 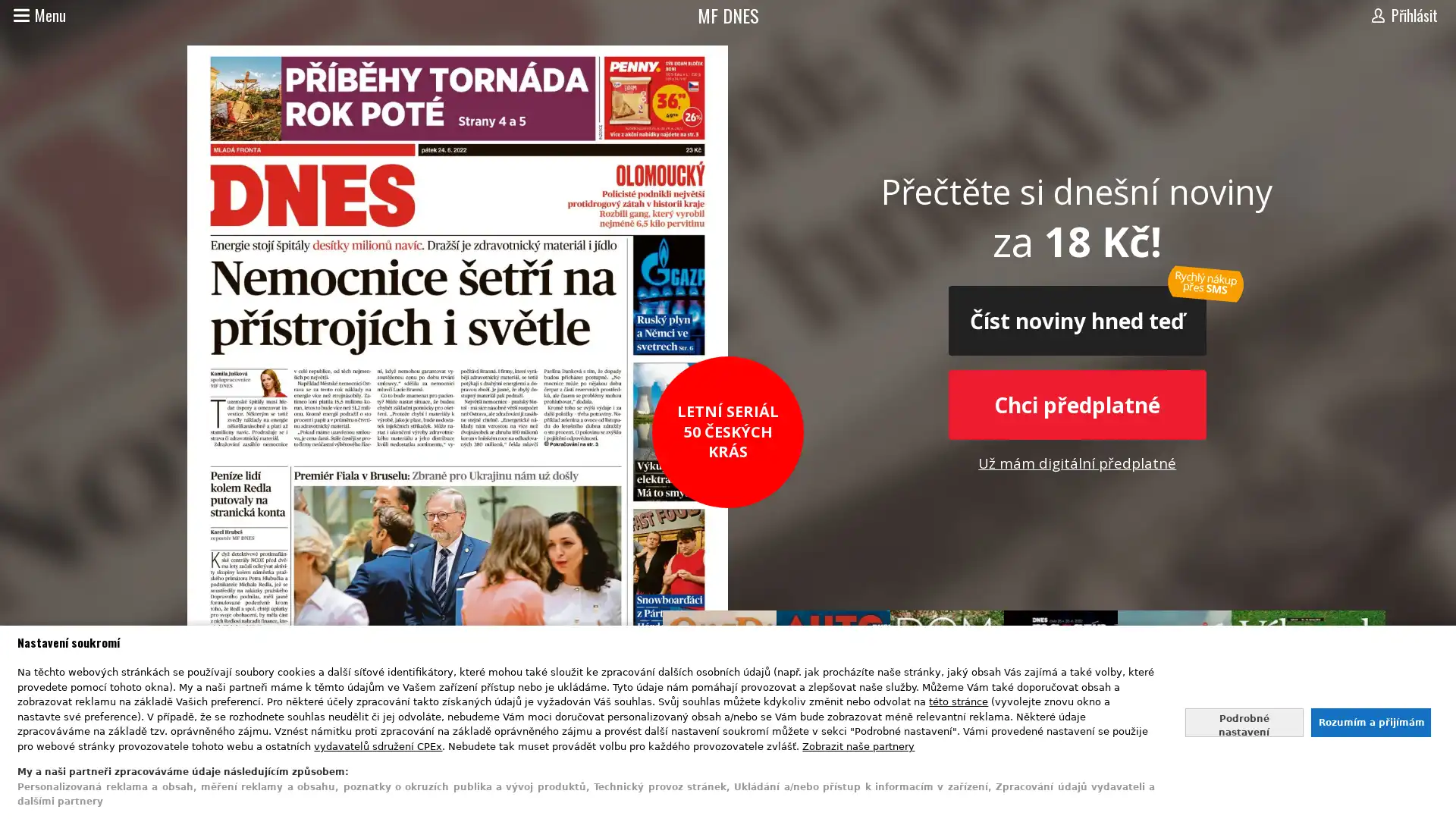 I want to click on Zobrazit nase partnery, so click(x=858, y=745).